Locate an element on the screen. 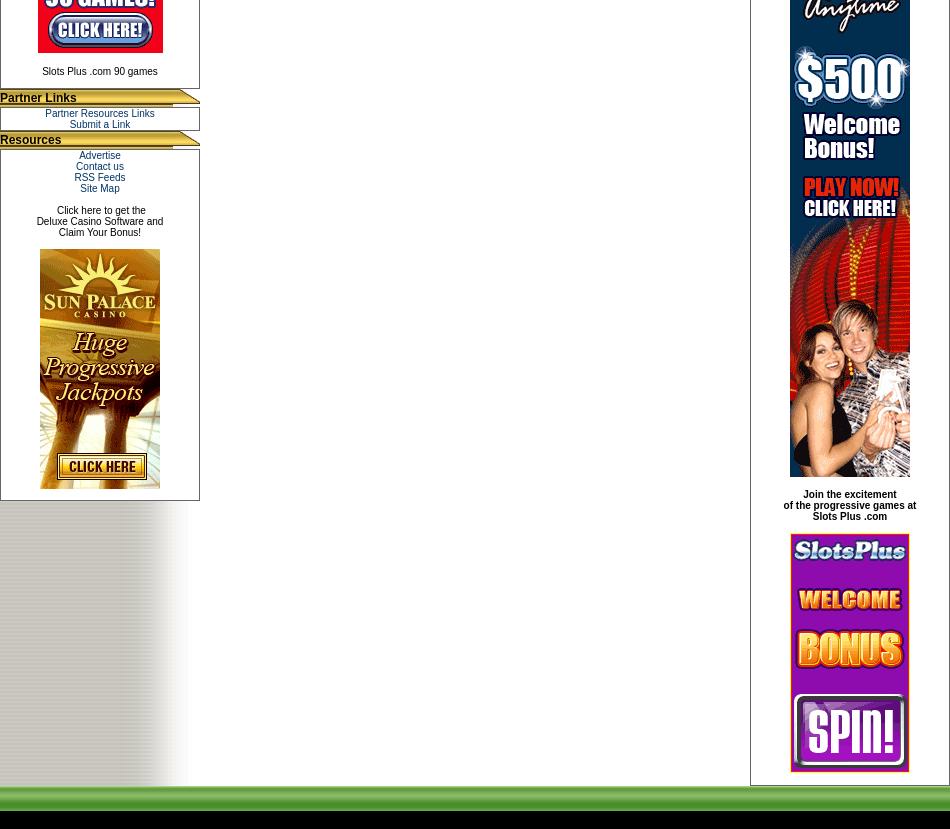 Image resolution: width=950 pixels, height=829 pixels. 'Resources' is located at coordinates (30, 139).